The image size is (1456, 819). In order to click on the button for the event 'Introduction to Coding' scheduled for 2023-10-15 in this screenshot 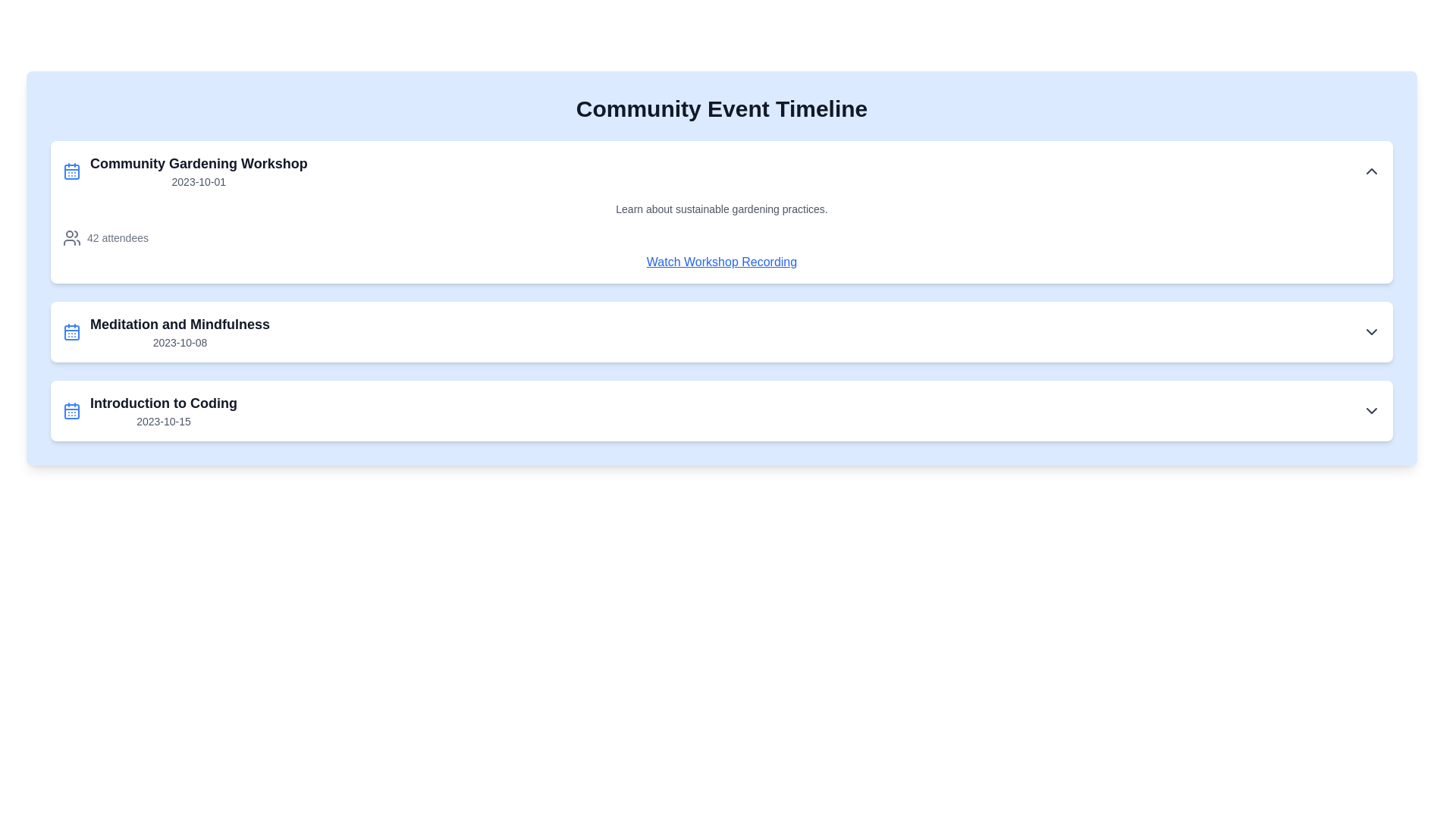, I will do `click(720, 411)`.